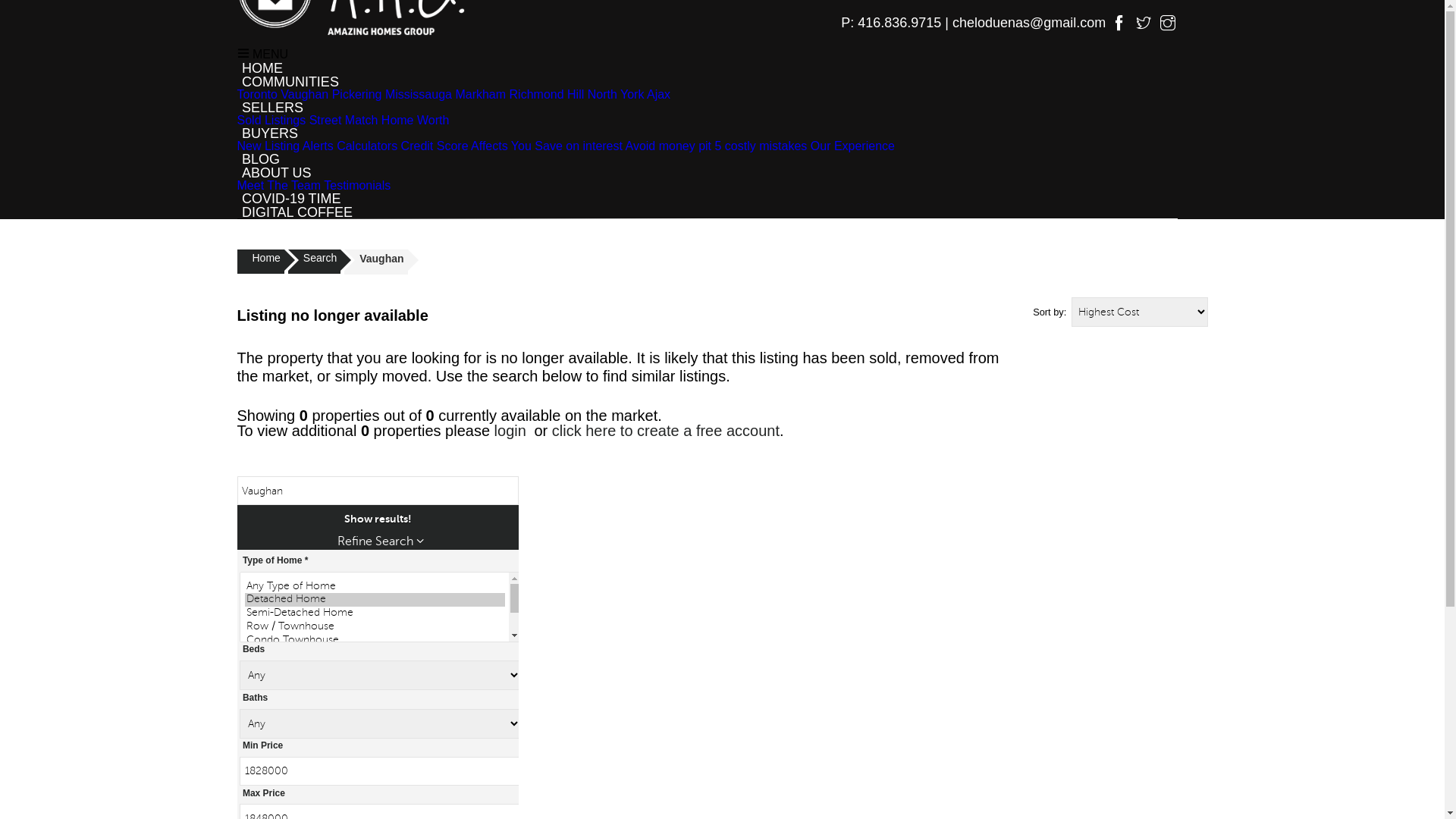 This screenshot has width=1456, height=819. Describe the element at coordinates (647, 94) in the screenshot. I see `'Ajax'` at that location.